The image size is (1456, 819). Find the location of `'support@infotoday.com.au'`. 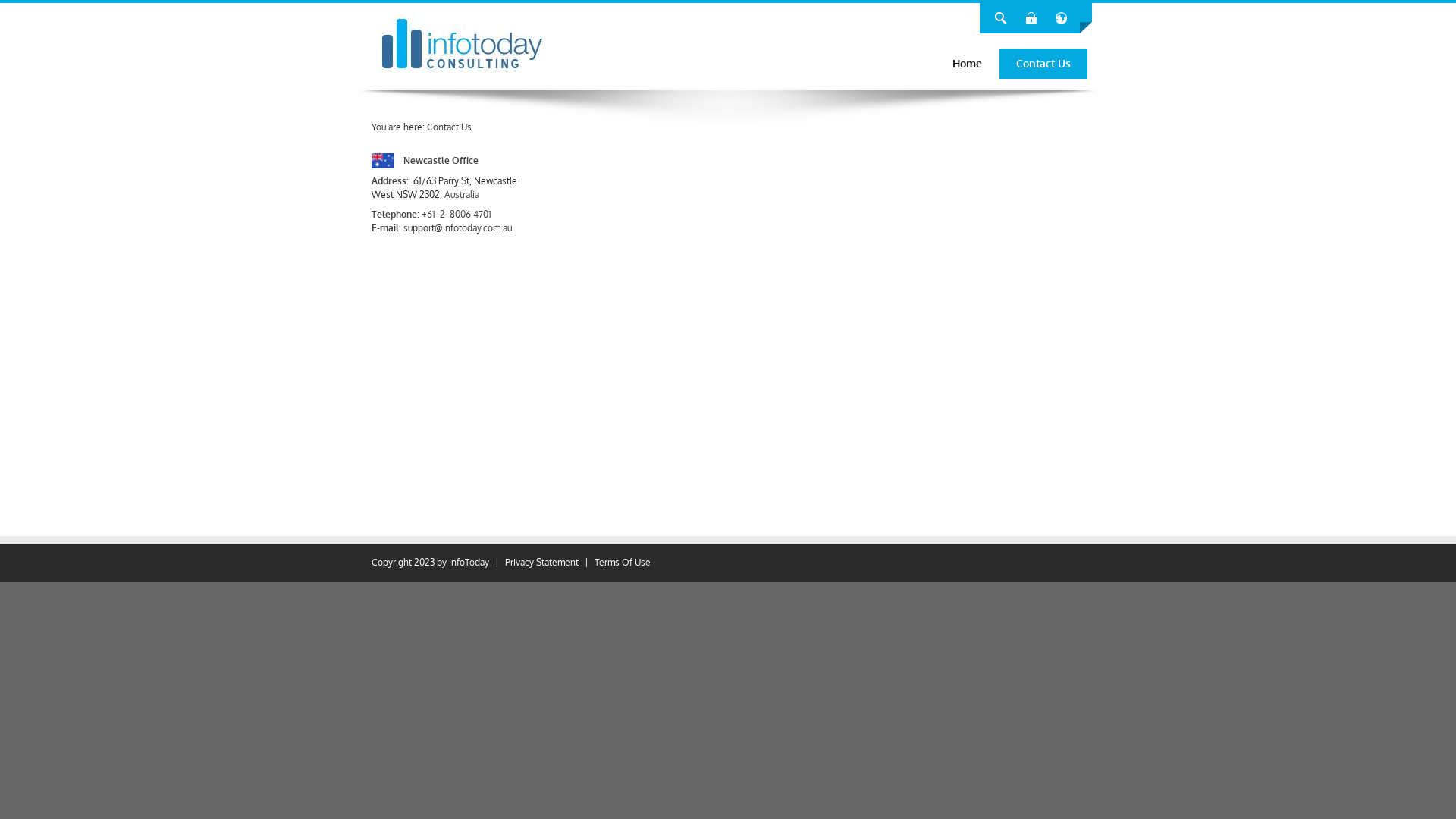

'support@infotoday.com.au' is located at coordinates (457, 227).